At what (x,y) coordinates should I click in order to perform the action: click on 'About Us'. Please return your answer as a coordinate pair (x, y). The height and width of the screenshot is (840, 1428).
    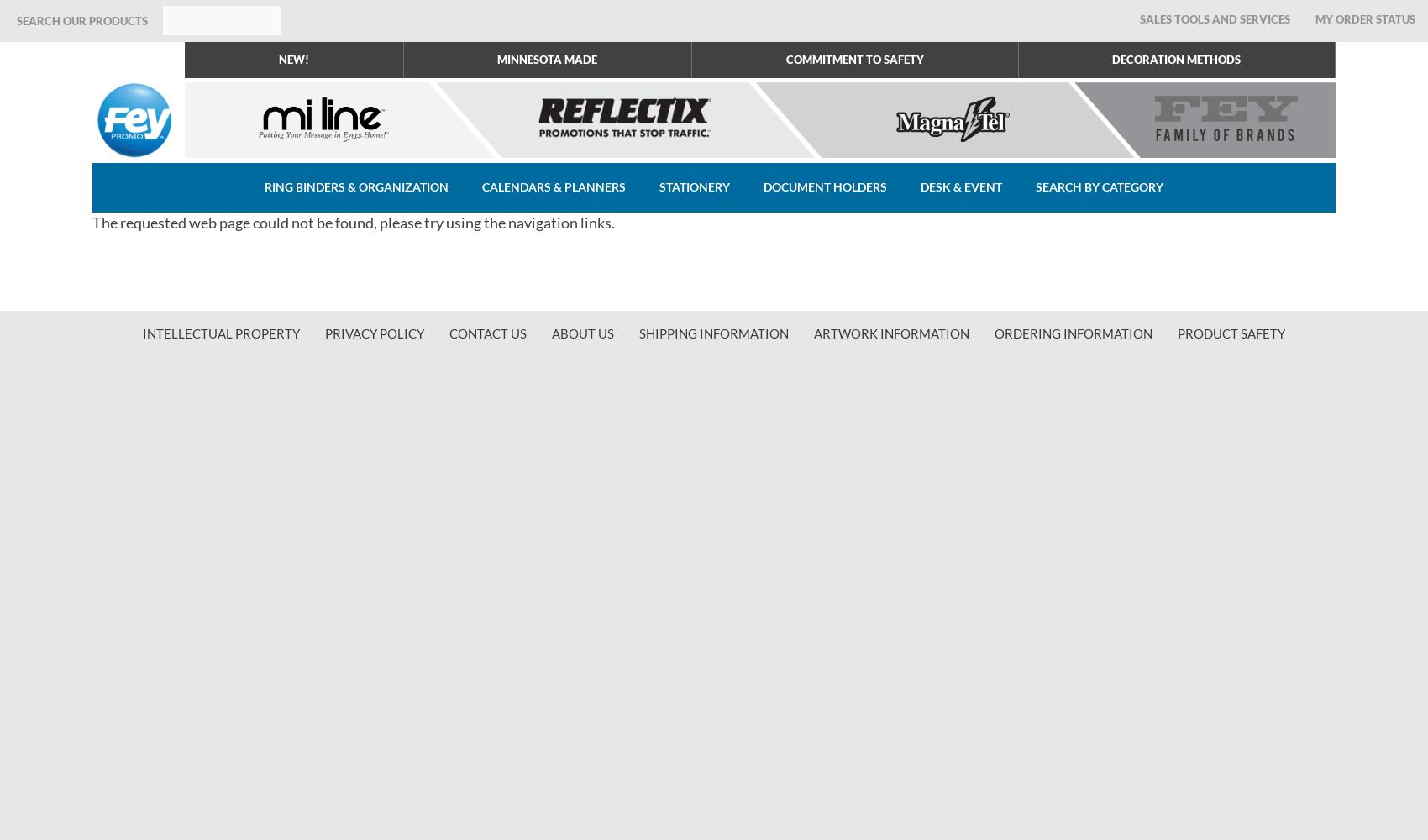
    Looking at the image, I should click on (582, 333).